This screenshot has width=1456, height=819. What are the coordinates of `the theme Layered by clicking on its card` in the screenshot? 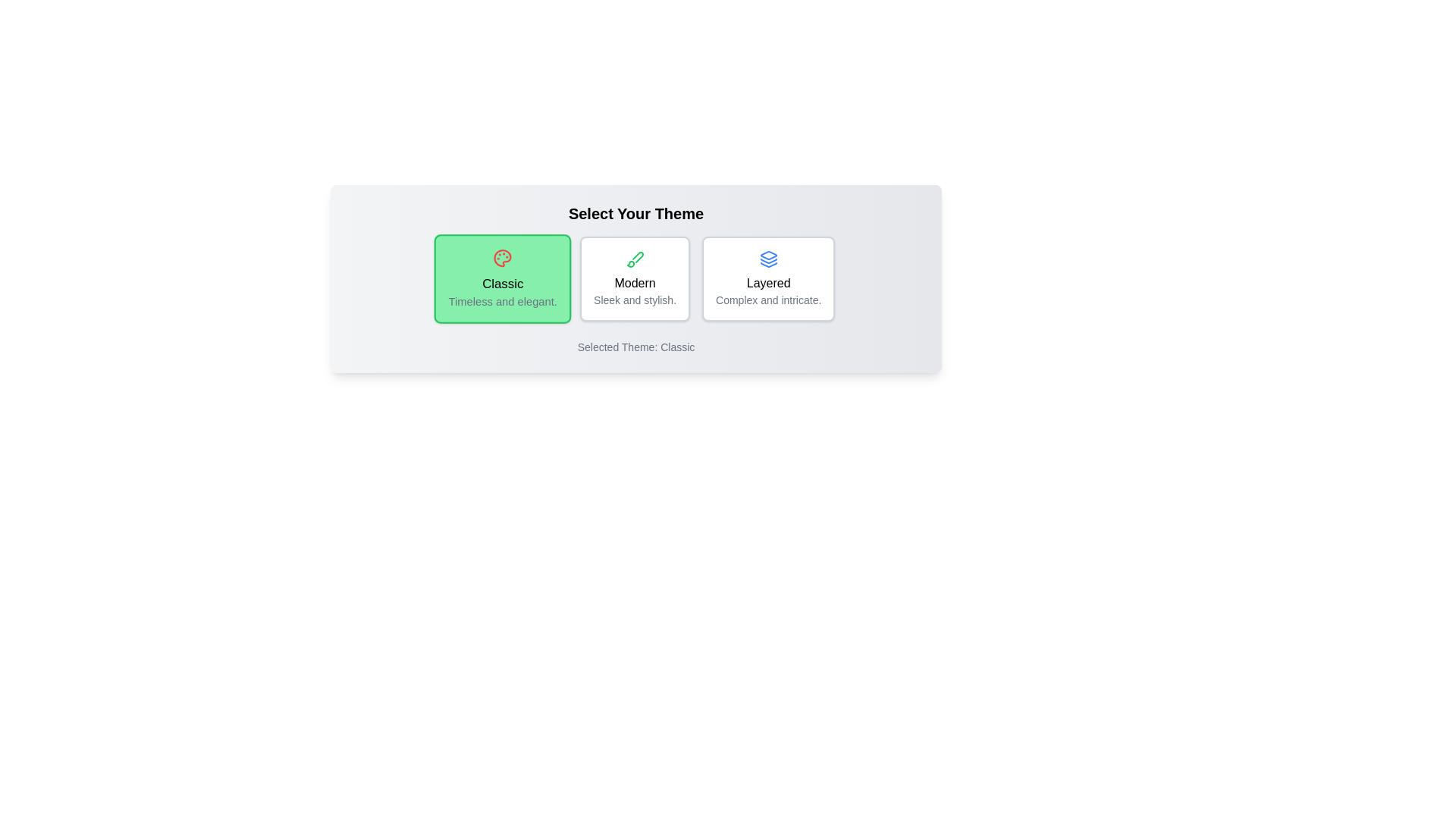 It's located at (768, 278).